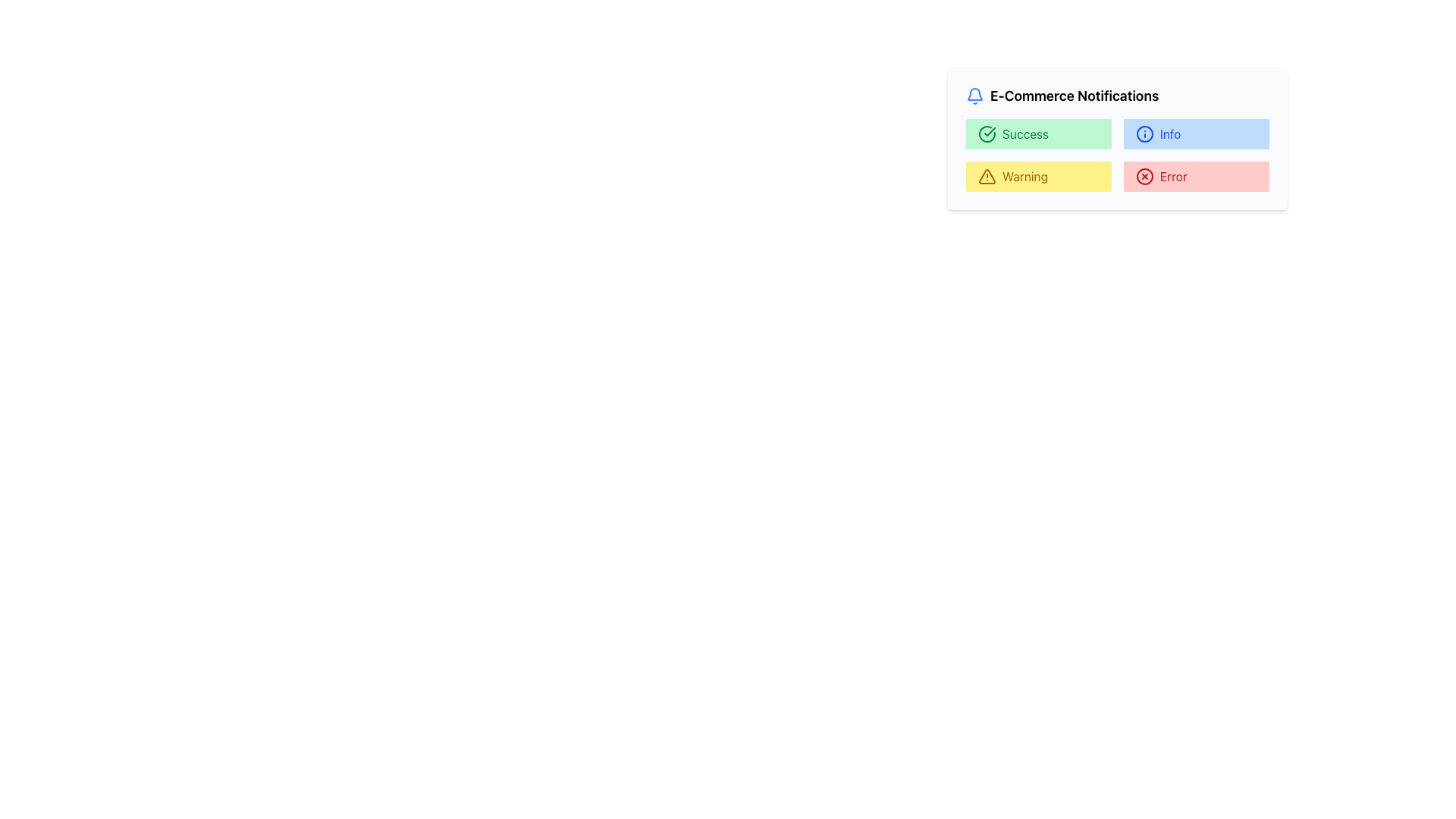  I want to click on the 'Warning' notification button with a yellow background, so click(1037, 175).